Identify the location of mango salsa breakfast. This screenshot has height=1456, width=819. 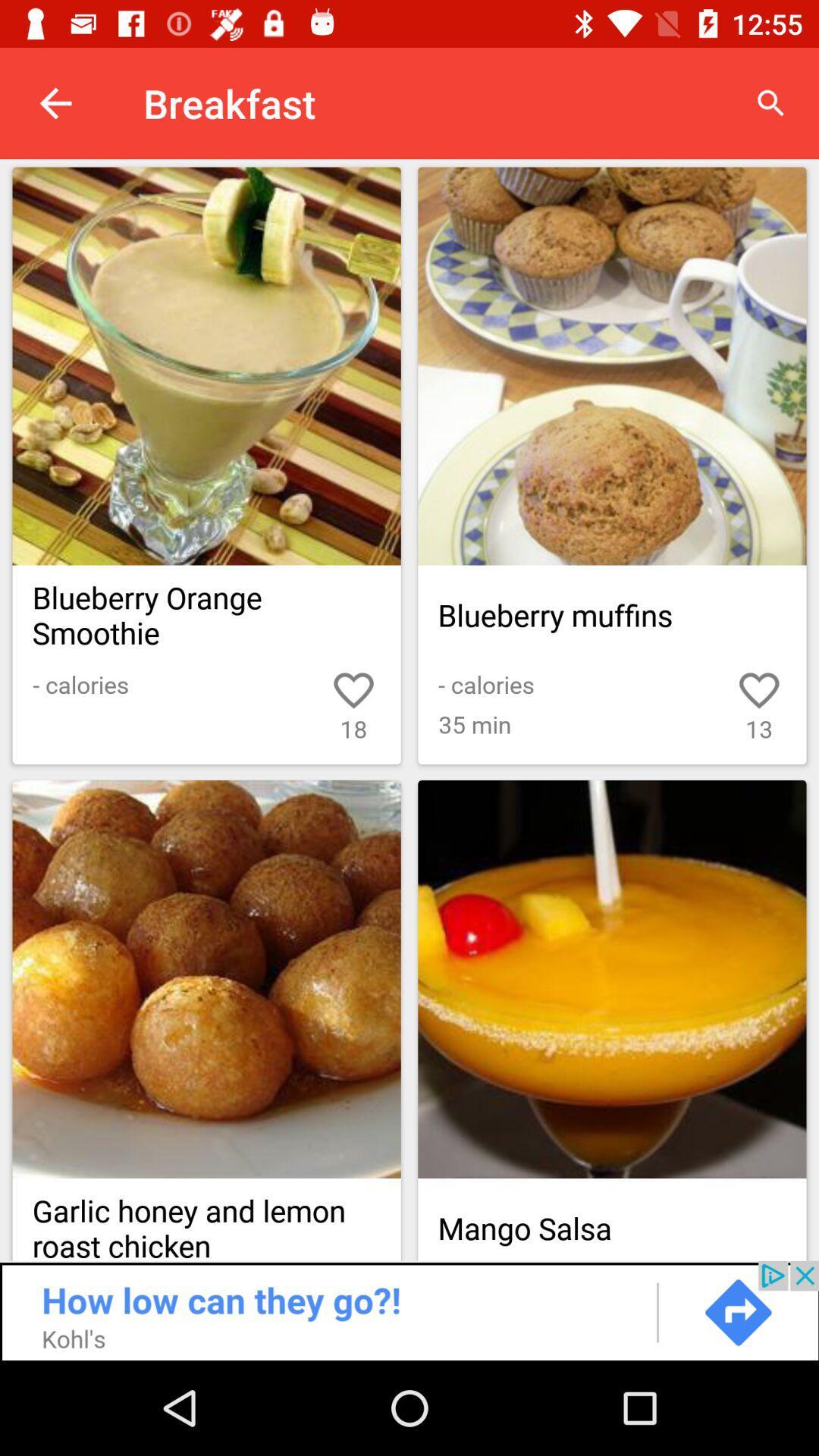
(611, 979).